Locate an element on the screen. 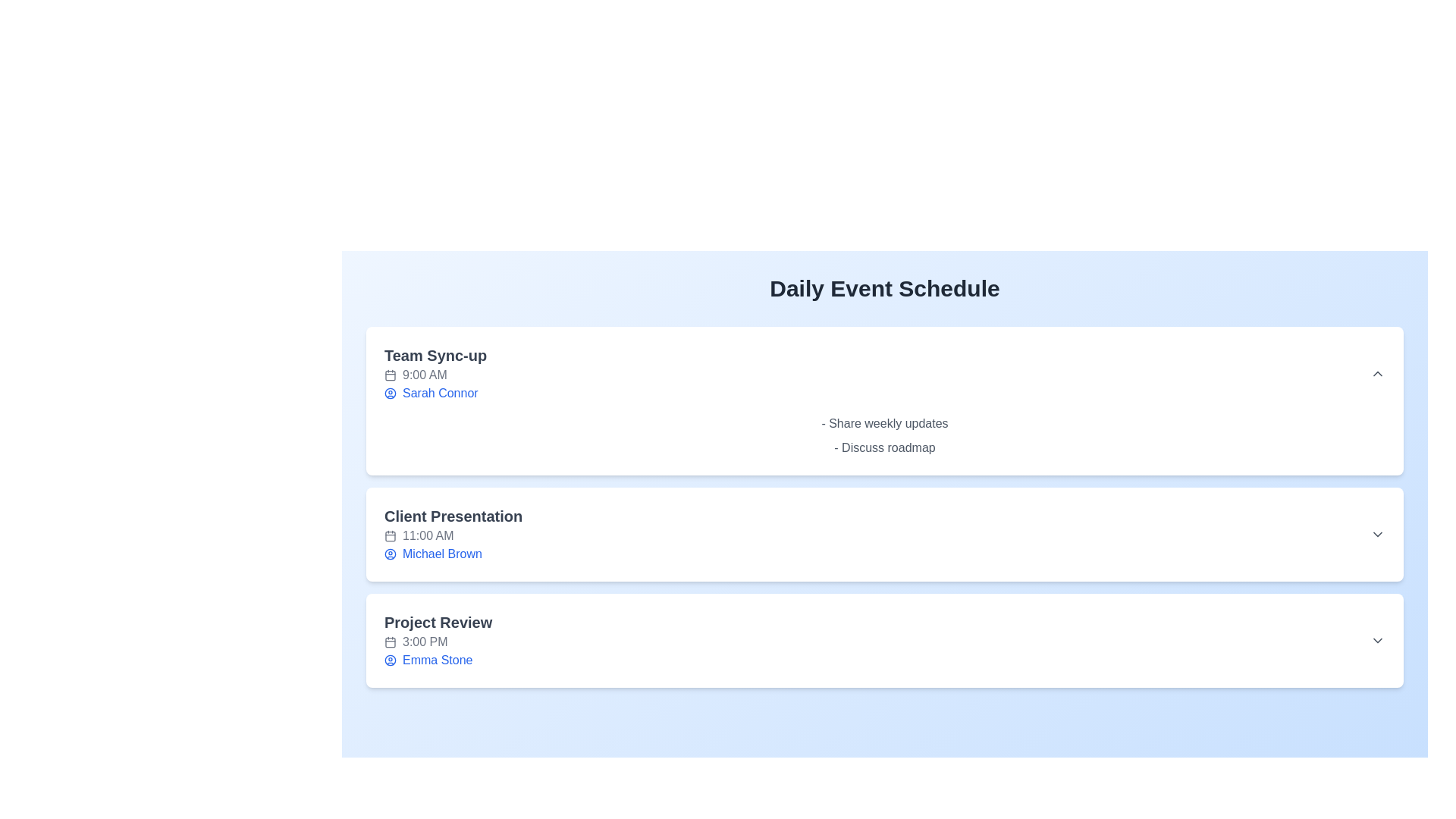  the text label displaying 'Michael Brown' styled in blue font, which is accompanied by a user profile icon, located in the 'Client Presentation' section is located at coordinates (453, 554).